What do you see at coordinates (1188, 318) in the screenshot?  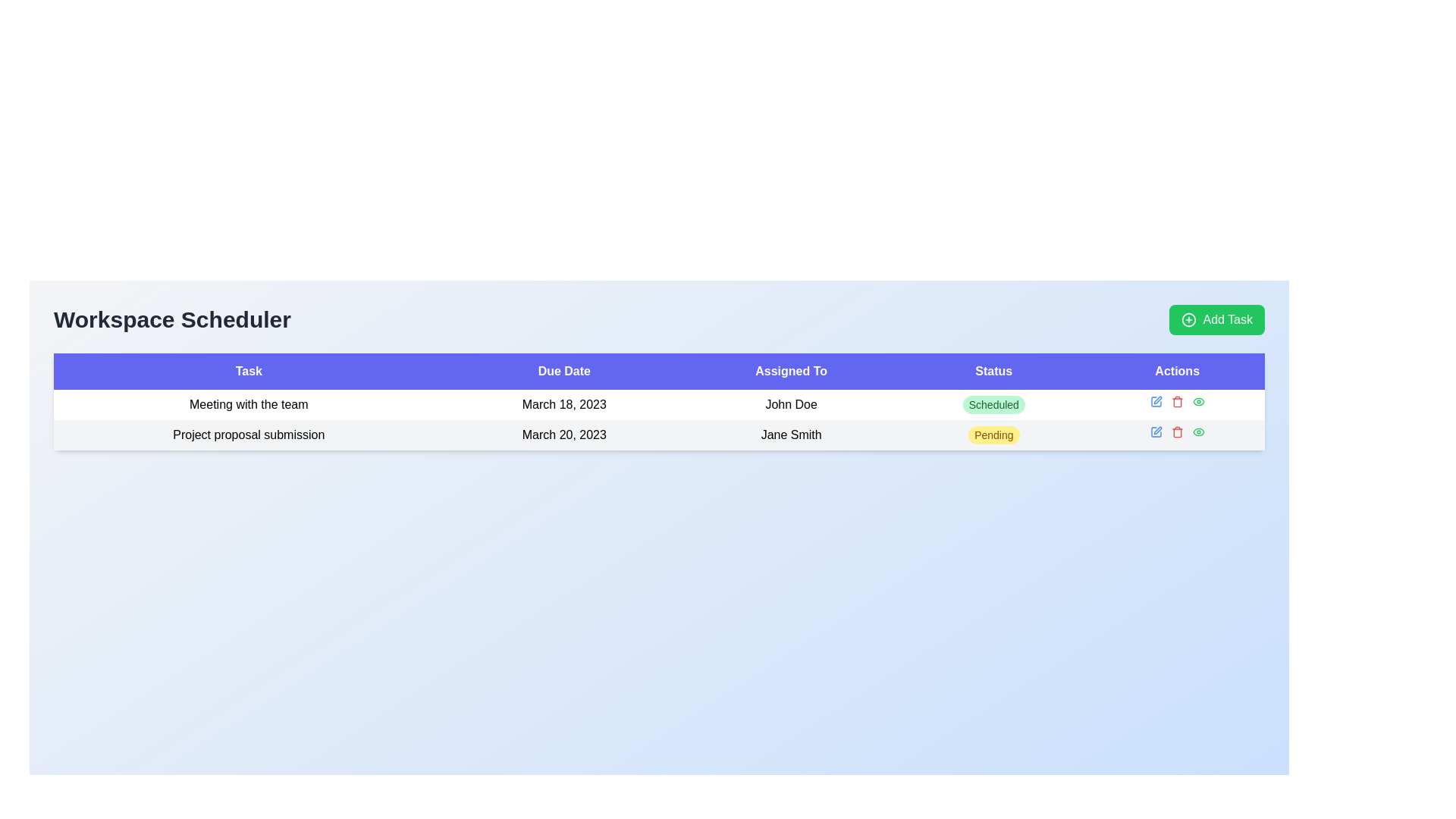 I see `the circular '+' icon with a green background and white border located within the 'Add Task' button, positioned to the left of the 'Add Task' text` at bounding box center [1188, 318].